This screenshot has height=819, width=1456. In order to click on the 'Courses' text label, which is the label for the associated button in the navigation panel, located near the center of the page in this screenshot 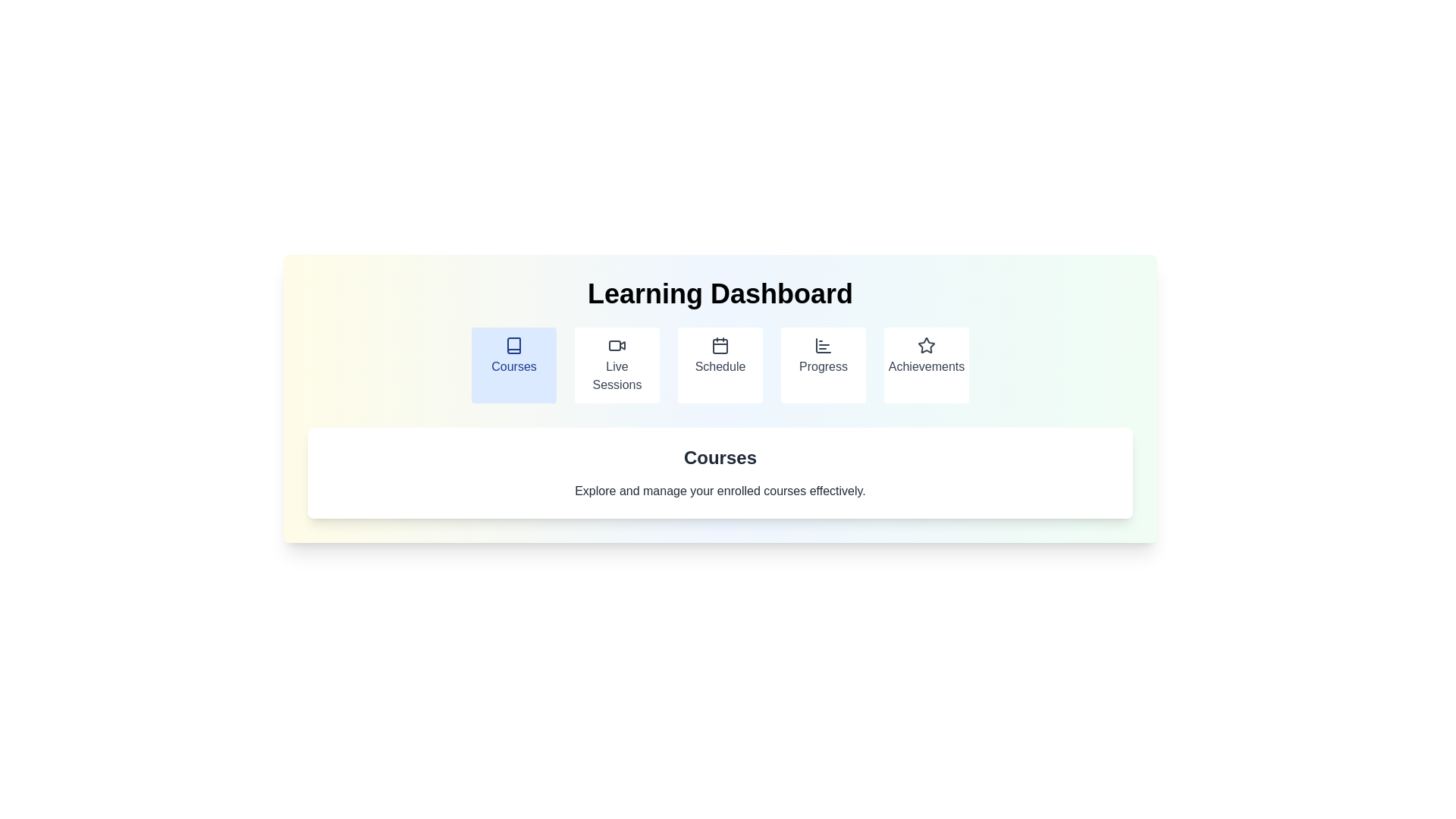, I will do `click(513, 366)`.